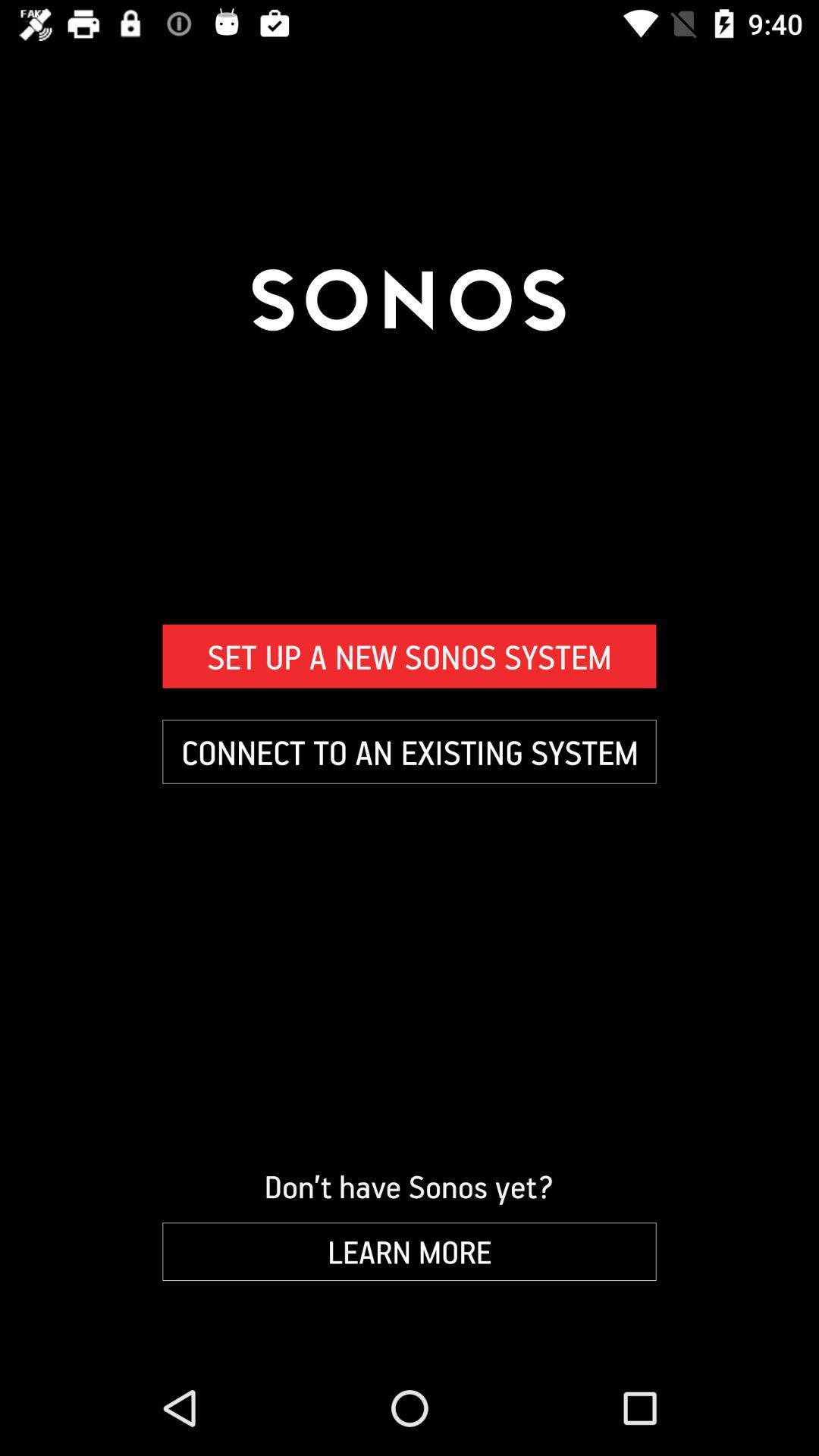  What do you see at coordinates (409, 1251) in the screenshot?
I see `the learn more` at bounding box center [409, 1251].